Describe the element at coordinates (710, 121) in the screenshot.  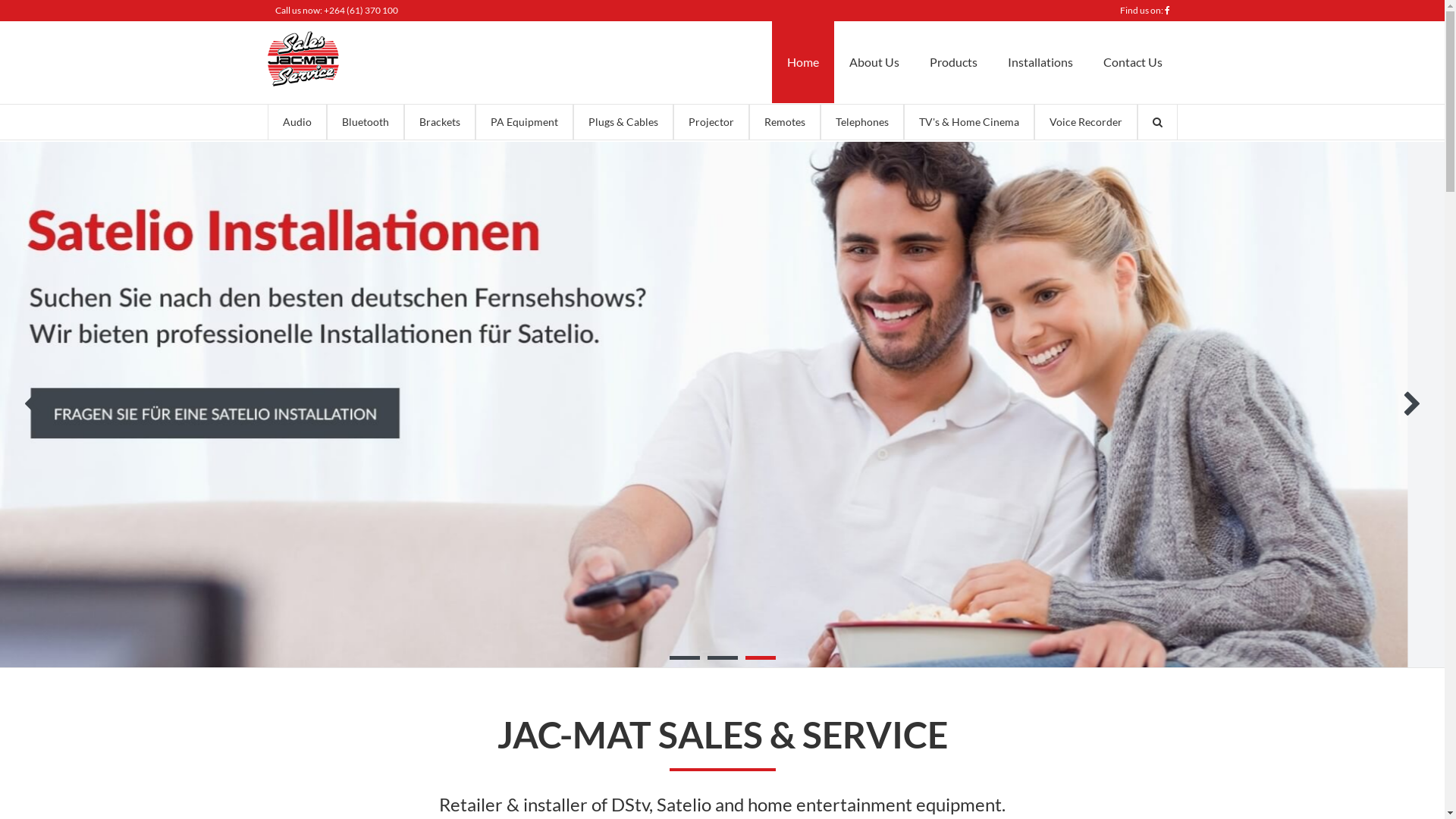
I see `'Projector'` at that location.